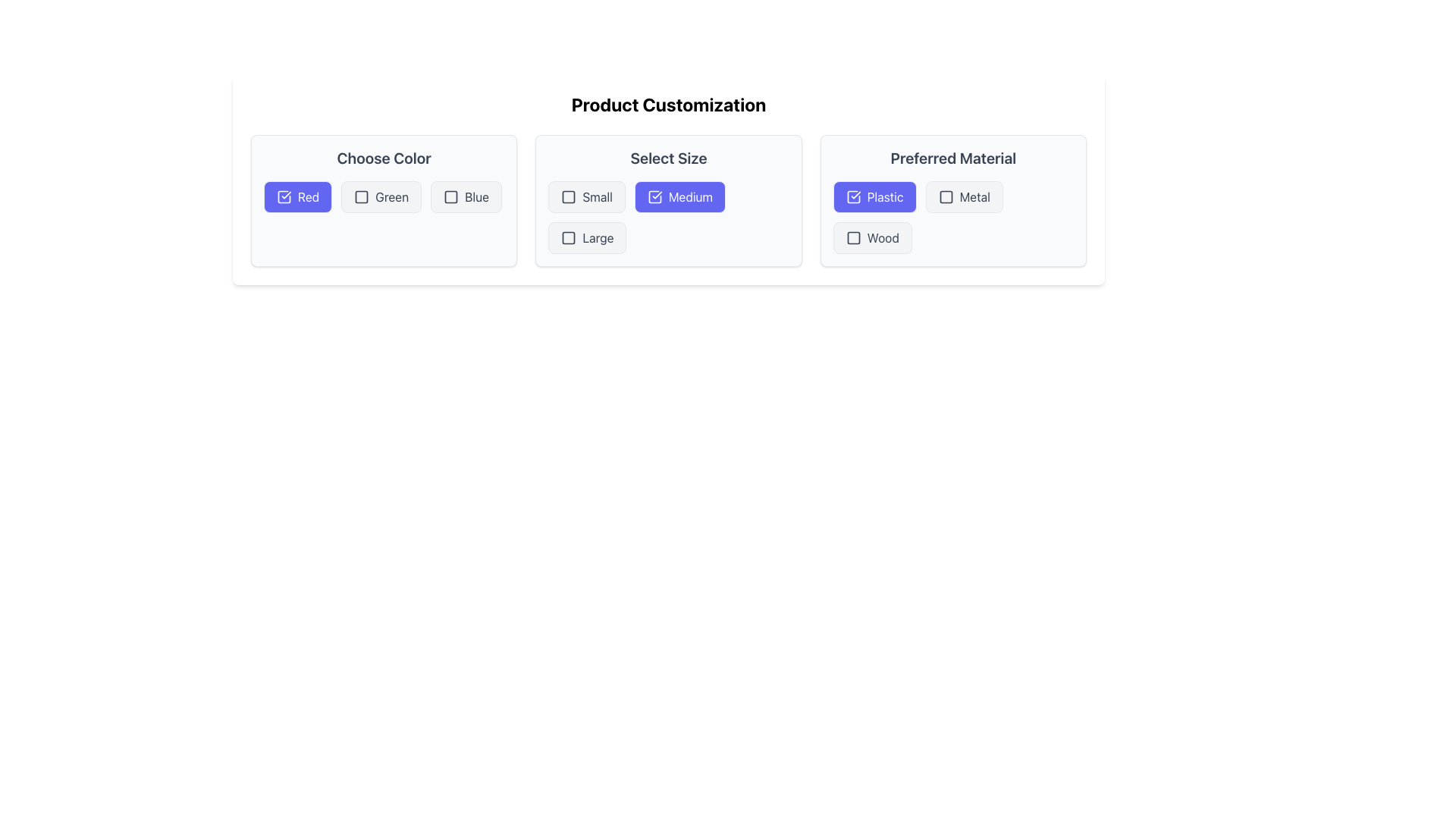 This screenshot has width=1456, height=819. I want to click on the 'Small' size label, which is positioned to the right of the checkbox in the 'Select Size' section, so click(597, 196).